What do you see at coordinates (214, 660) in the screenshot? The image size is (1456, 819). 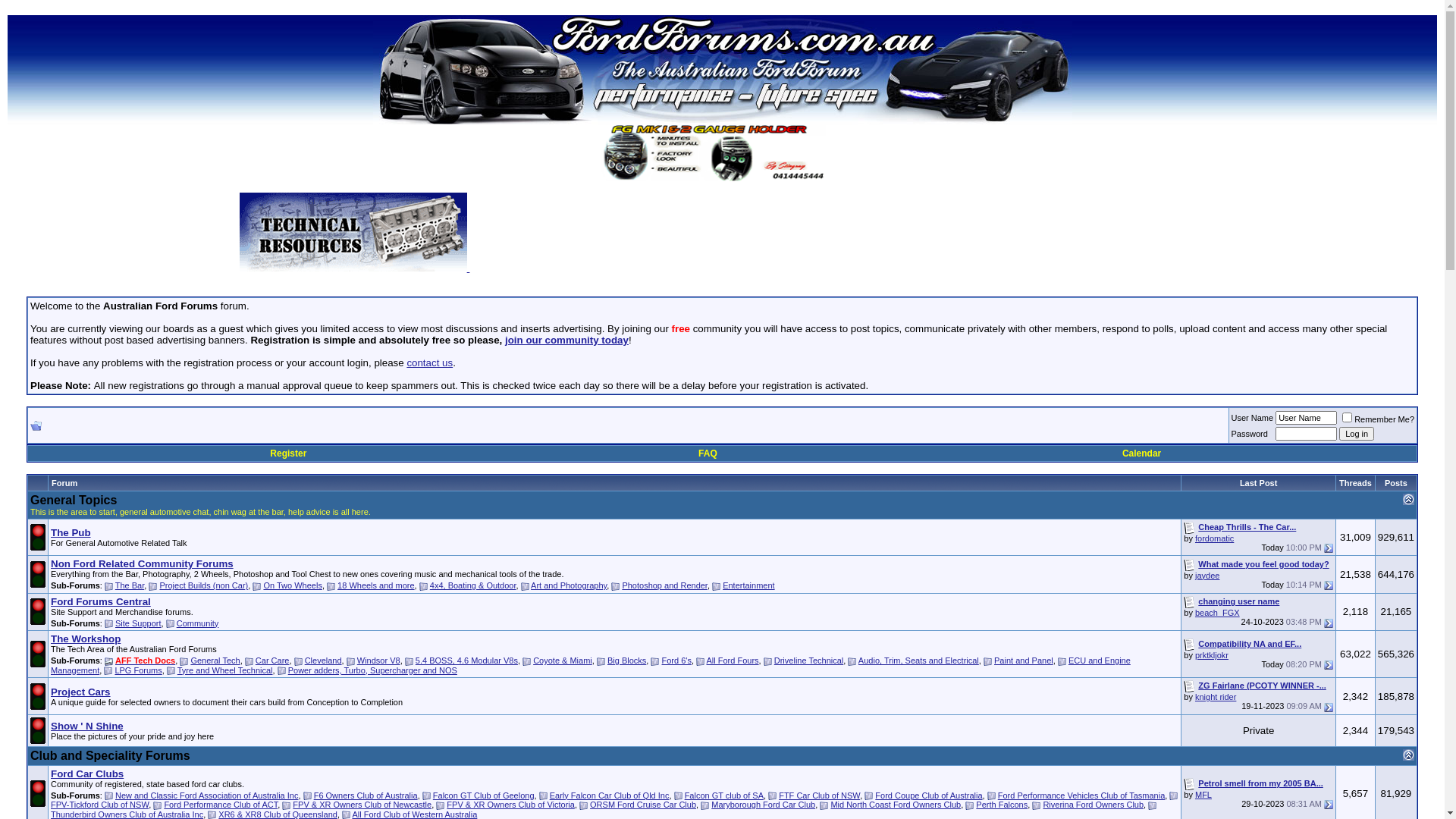 I see `'General Tech'` at bounding box center [214, 660].